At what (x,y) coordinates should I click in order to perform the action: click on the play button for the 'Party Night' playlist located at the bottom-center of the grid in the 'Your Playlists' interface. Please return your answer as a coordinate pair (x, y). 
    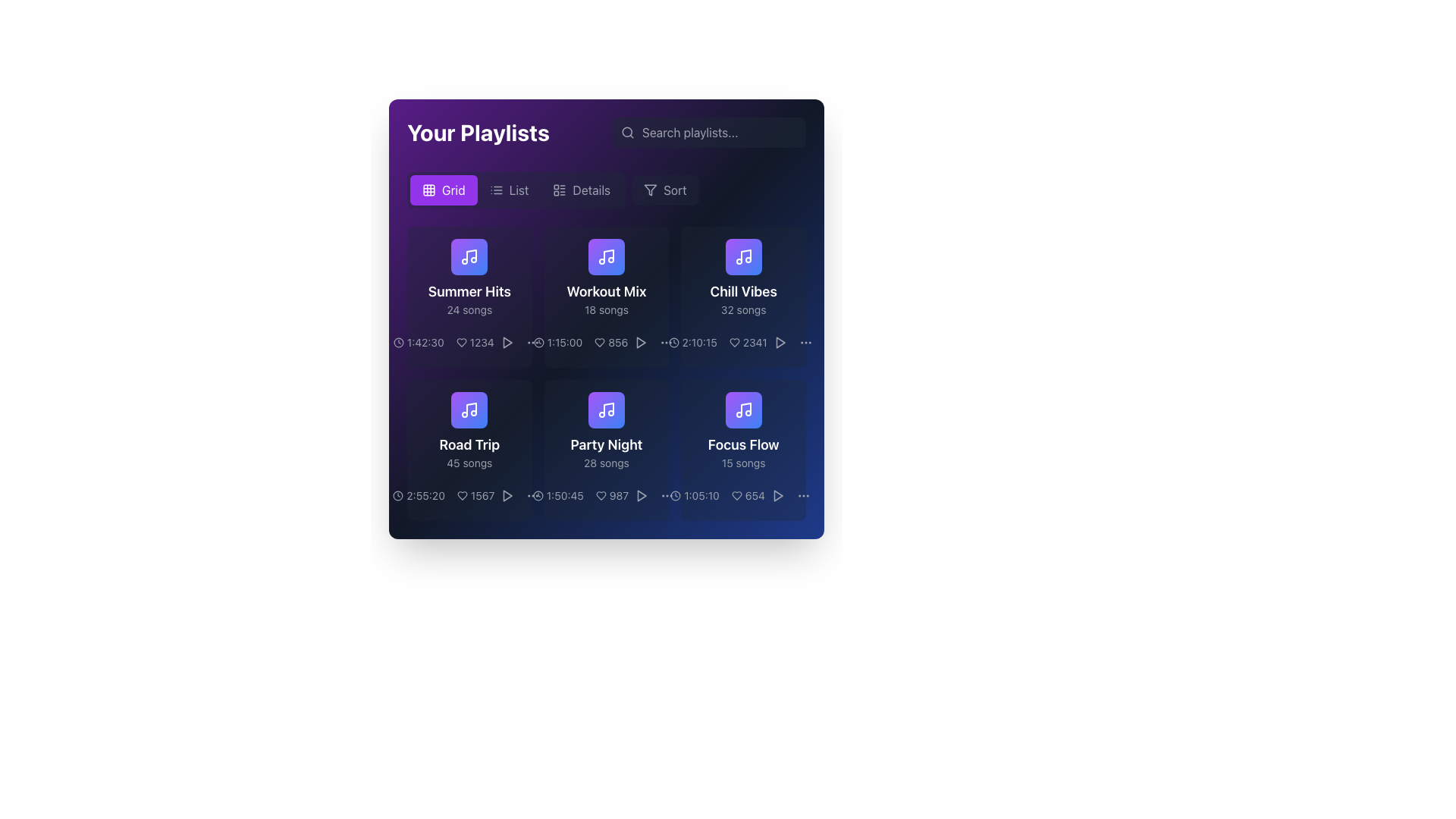
    Looking at the image, I should click on (642, 496).